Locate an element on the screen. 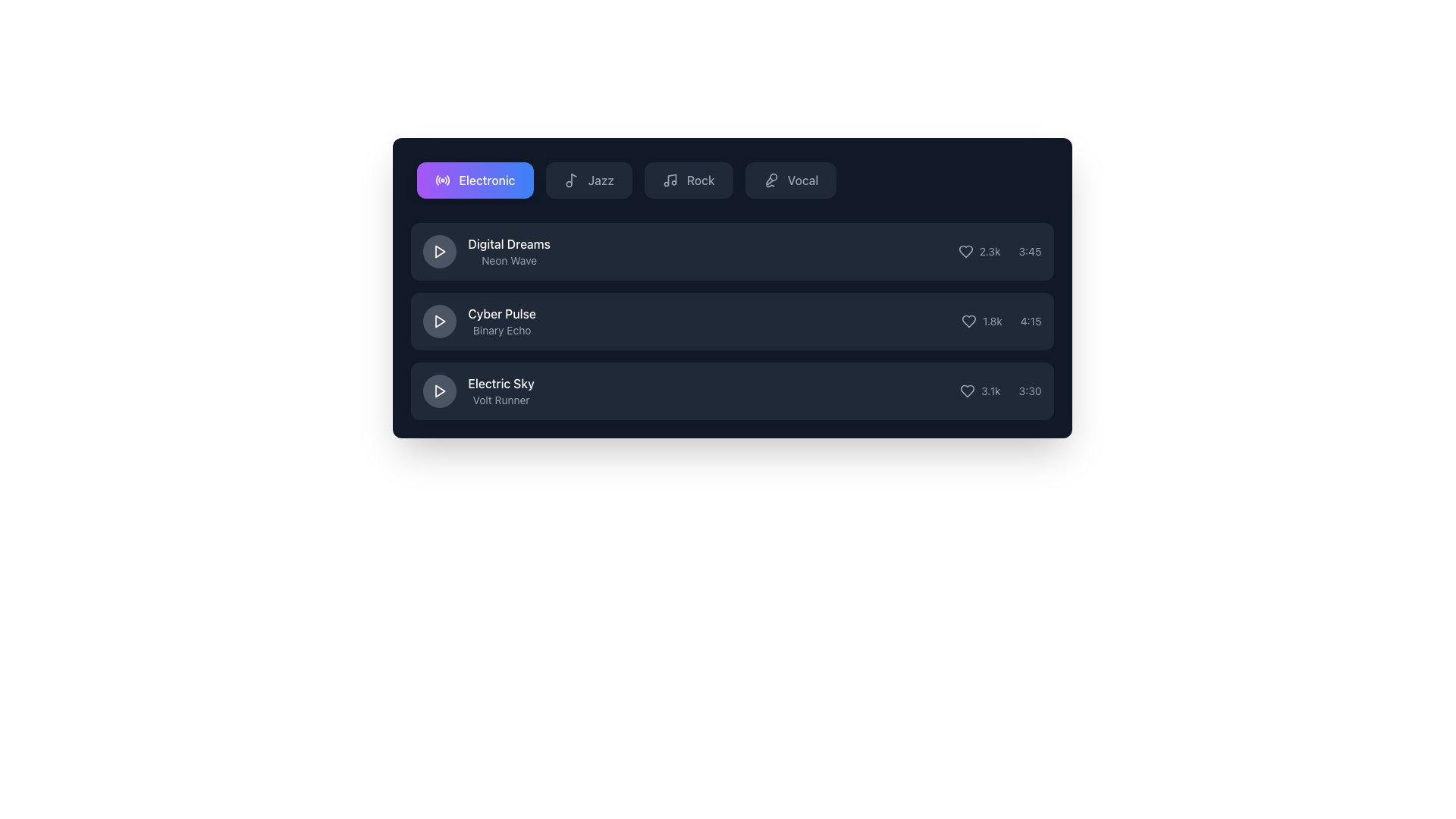 This screenshot has width=1456, height=819. text label 'Binary Echo' which is located in the second row of the music track list below the 'Cyber Pulse' title is located at coordinates (502, 329).